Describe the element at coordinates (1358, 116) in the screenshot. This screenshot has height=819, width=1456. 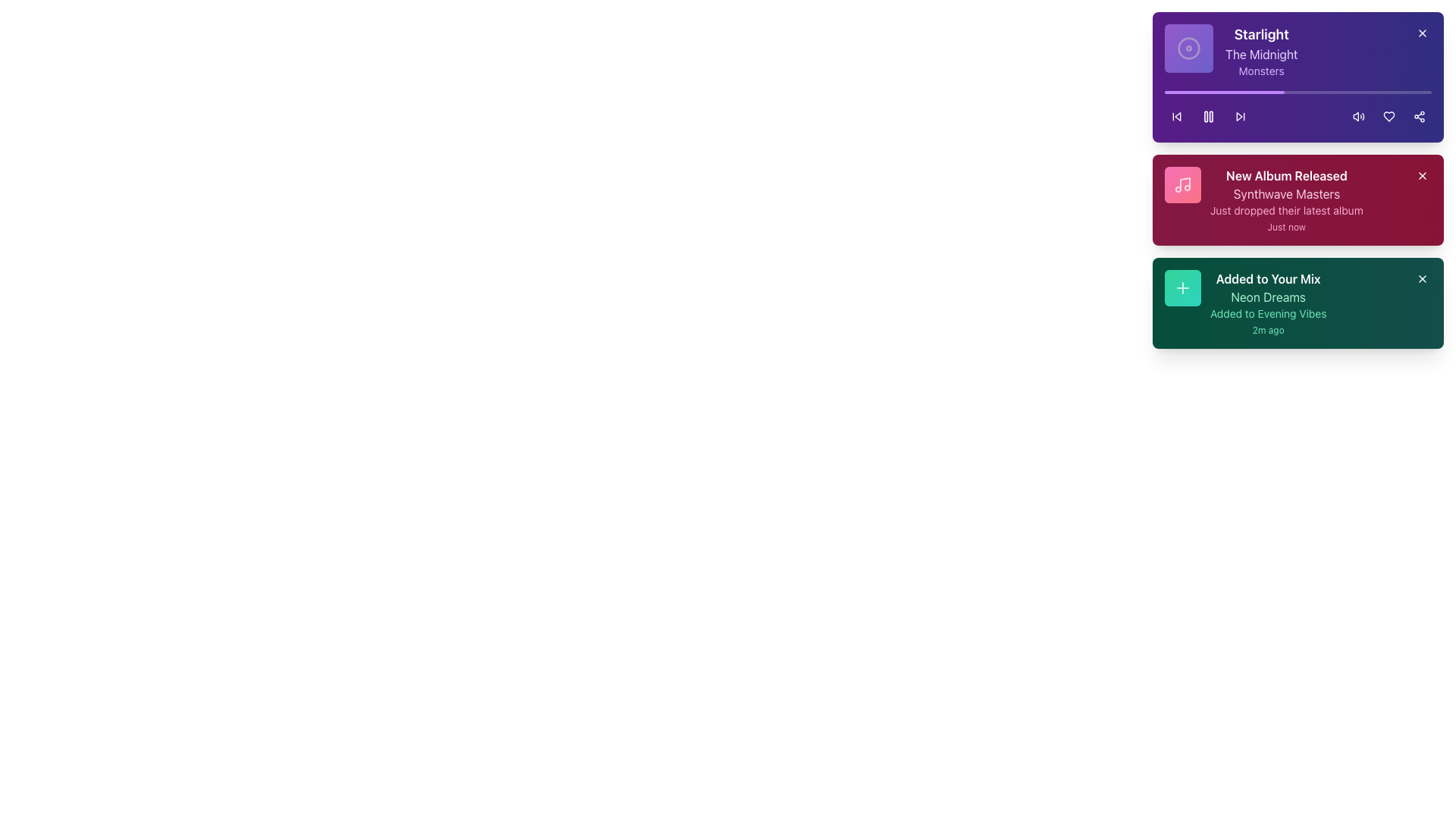
I see `the leftmost circular button for audio control located at the bottom-right corner of the 'Starlight' card by 'The Midnight'` at that location.